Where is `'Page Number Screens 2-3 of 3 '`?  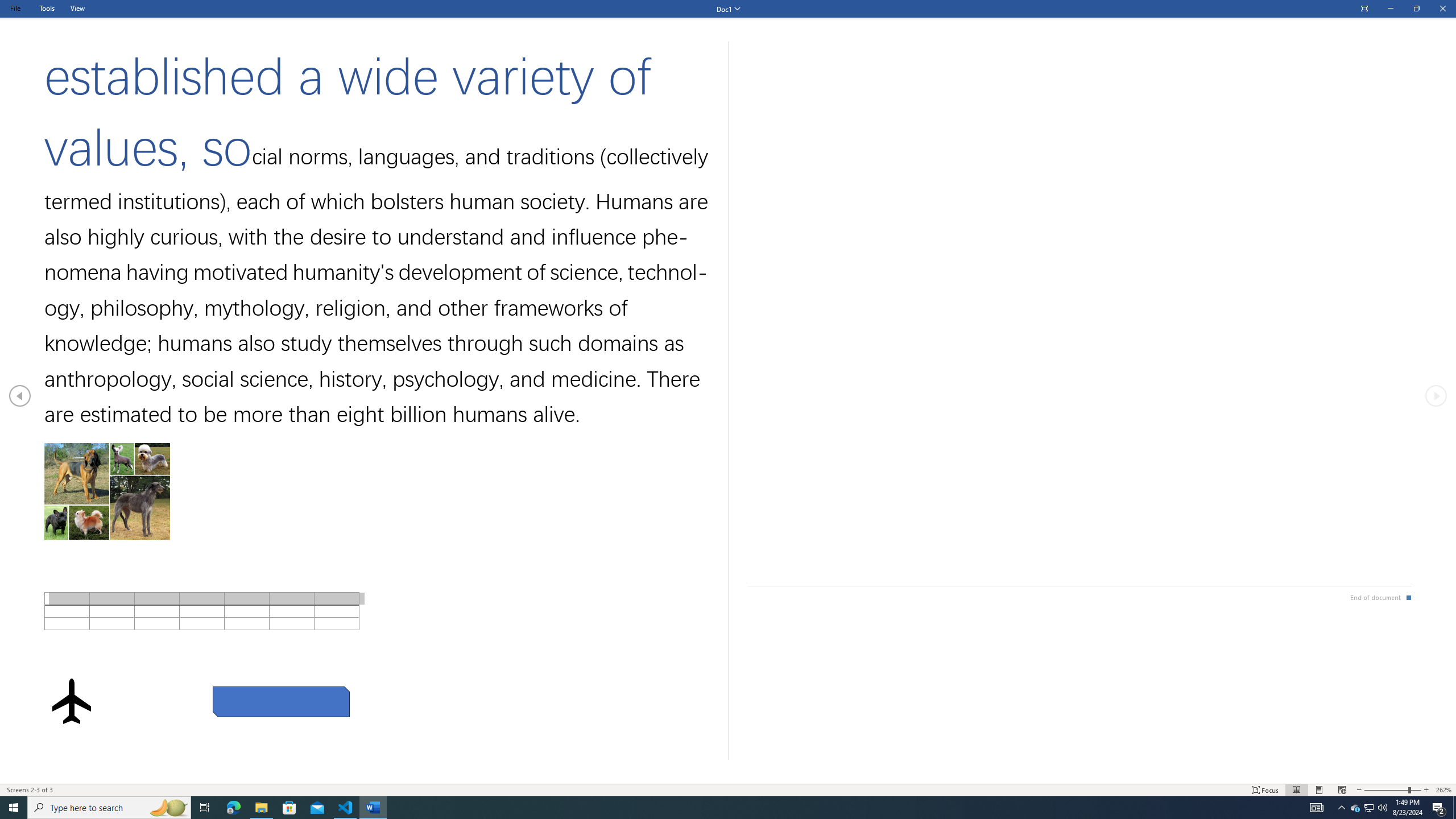 'Page Number Screens 2-3 of 3 ' is located at coordinates (30, 790).